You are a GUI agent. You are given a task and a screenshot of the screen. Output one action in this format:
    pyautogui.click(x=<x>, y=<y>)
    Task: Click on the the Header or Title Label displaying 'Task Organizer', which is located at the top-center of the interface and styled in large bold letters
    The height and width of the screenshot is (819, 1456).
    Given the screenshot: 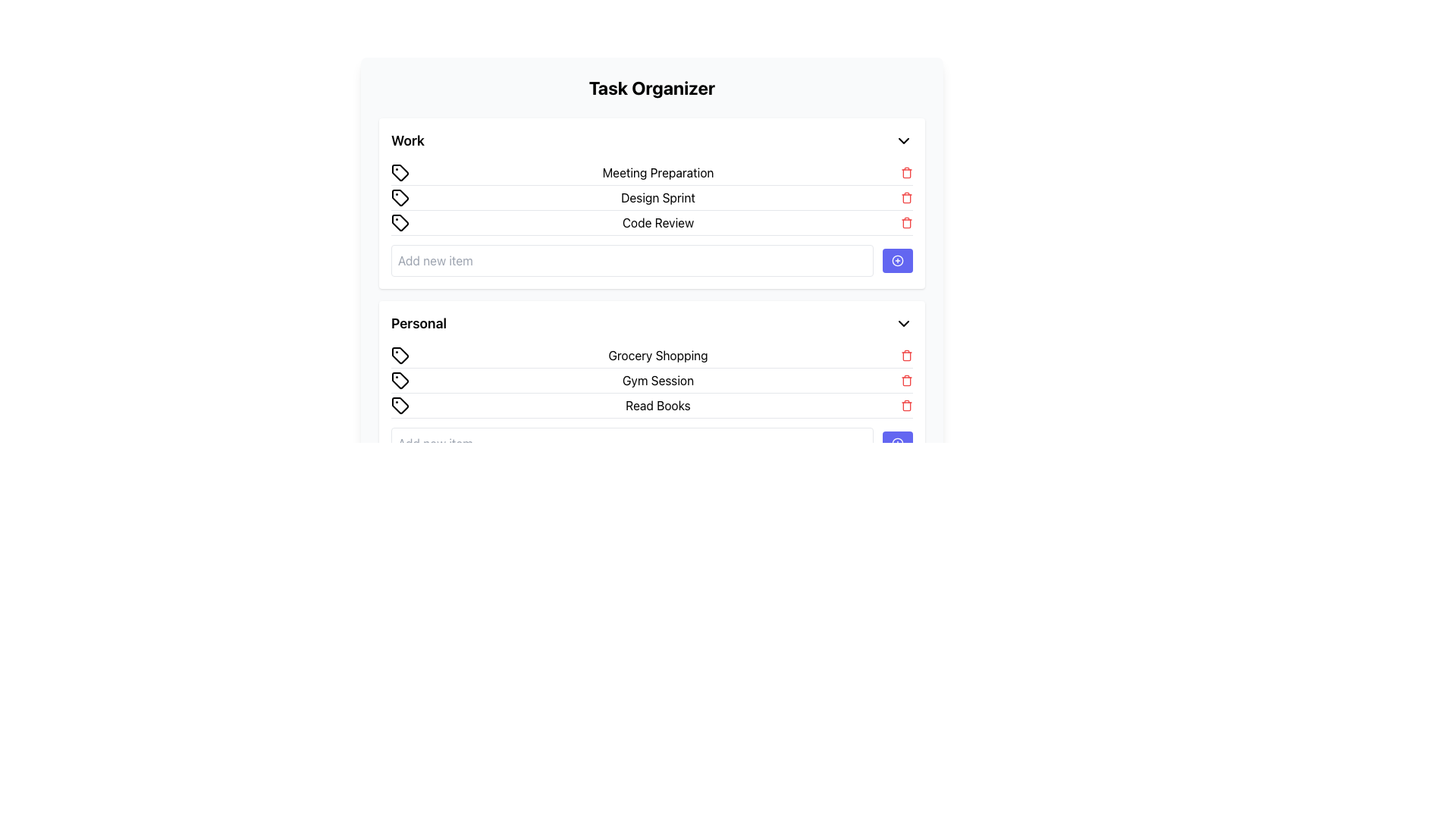 What is the action you would take?
    pyautogui.click(x=651, y=87)
    